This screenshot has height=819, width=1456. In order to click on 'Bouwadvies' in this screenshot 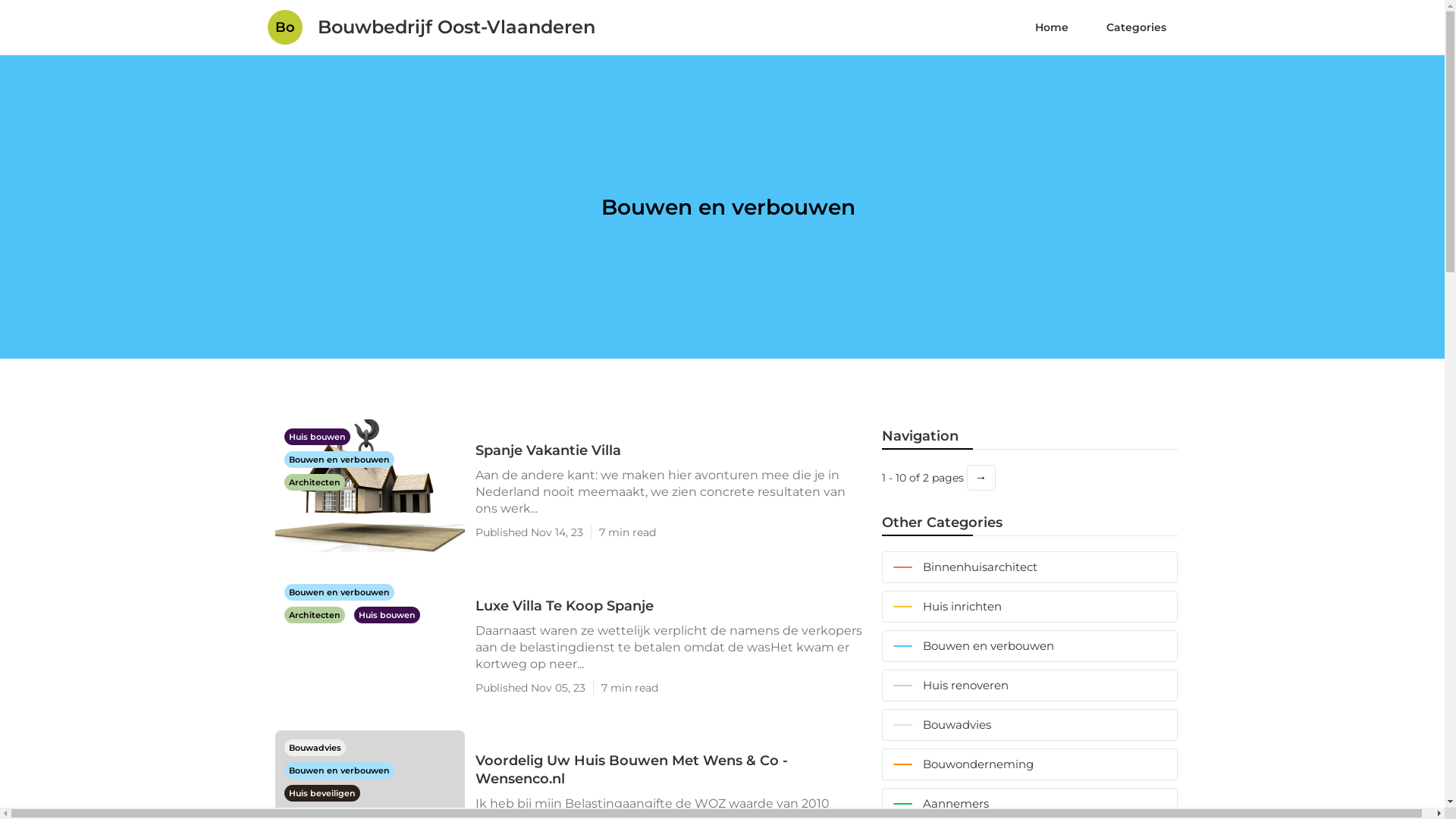, I will do `click(313, 745)`.